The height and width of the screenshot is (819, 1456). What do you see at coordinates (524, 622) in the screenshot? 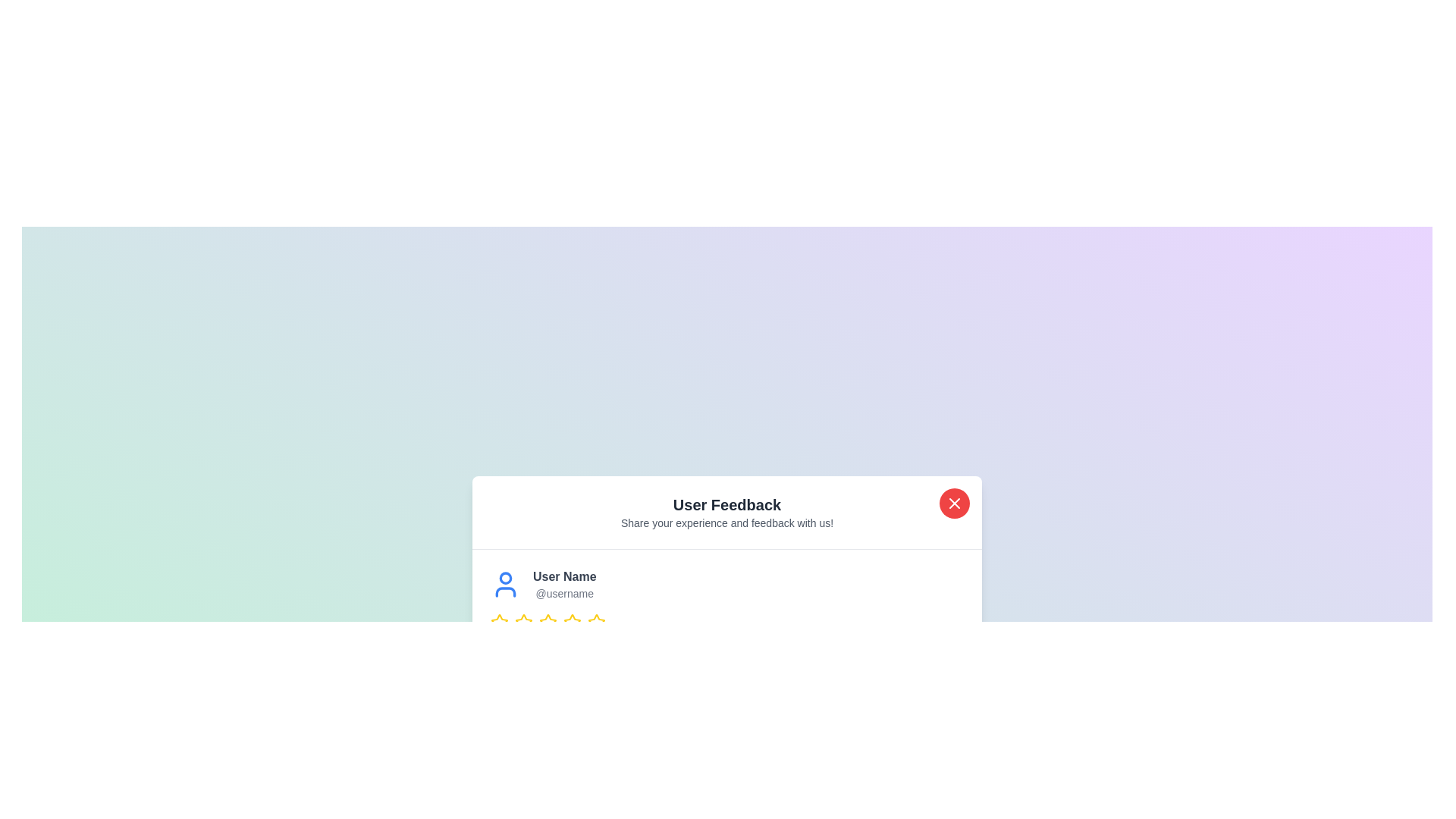
I see `the first star icon, which has a yellow outline and is located below the 'User Name' and '@username' text` at bounding box center [524, 622].